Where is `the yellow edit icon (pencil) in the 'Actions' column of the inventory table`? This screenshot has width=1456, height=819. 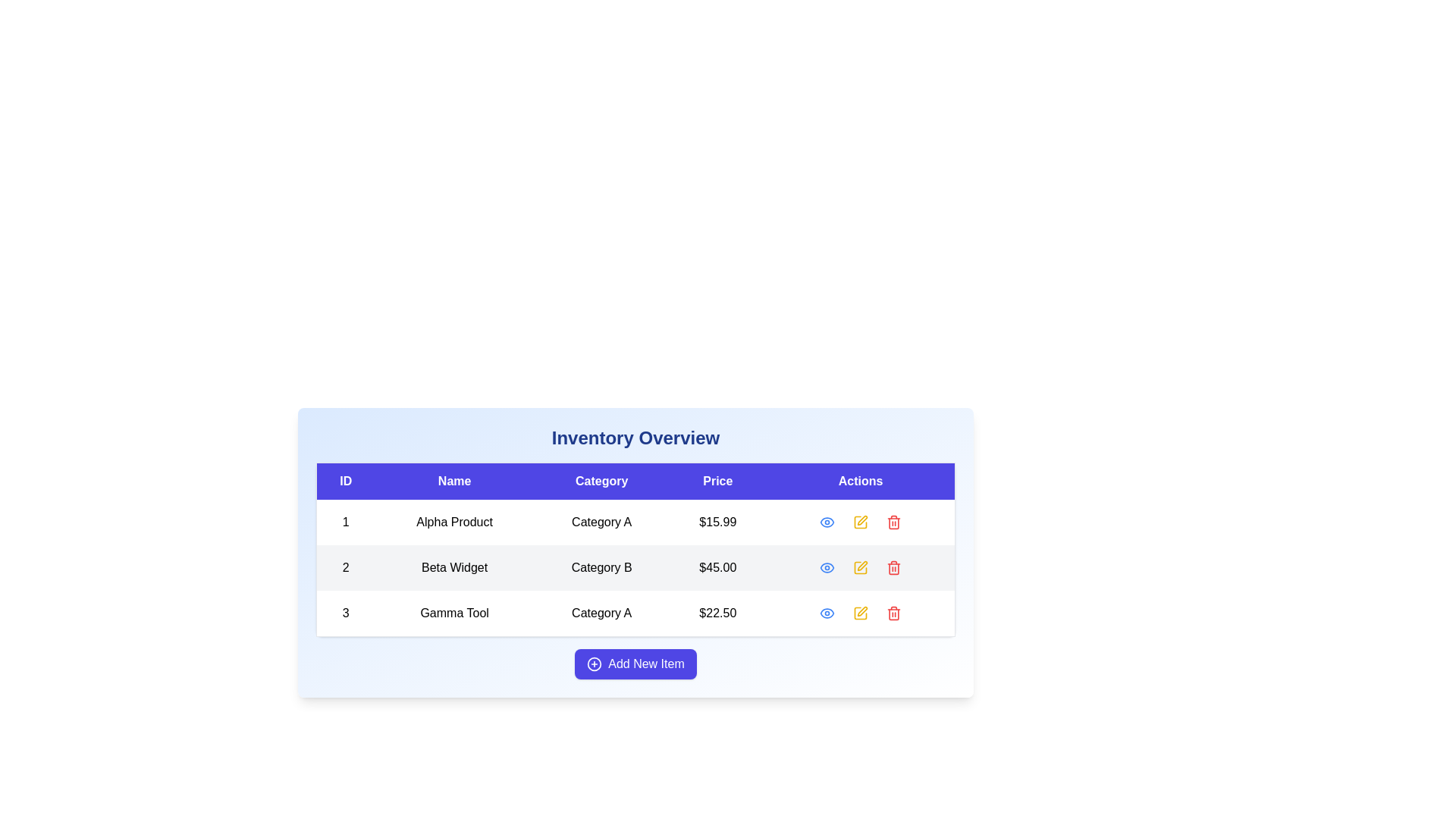
the yellow edit icon (pencil) in the 'Actions' column of the inventory table is located at coordinates (861, 567).